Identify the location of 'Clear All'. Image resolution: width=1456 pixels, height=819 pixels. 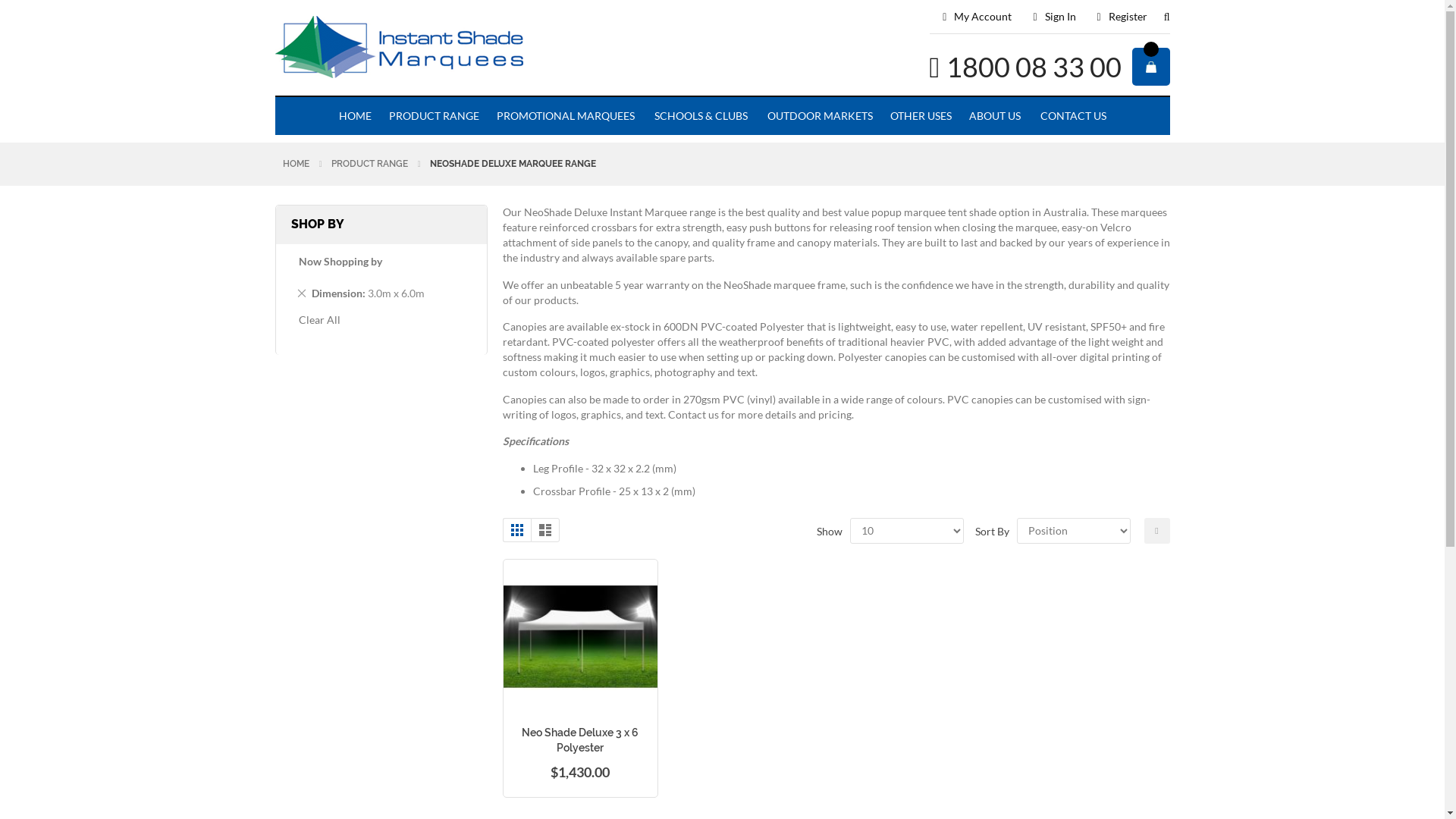
(318, 318).